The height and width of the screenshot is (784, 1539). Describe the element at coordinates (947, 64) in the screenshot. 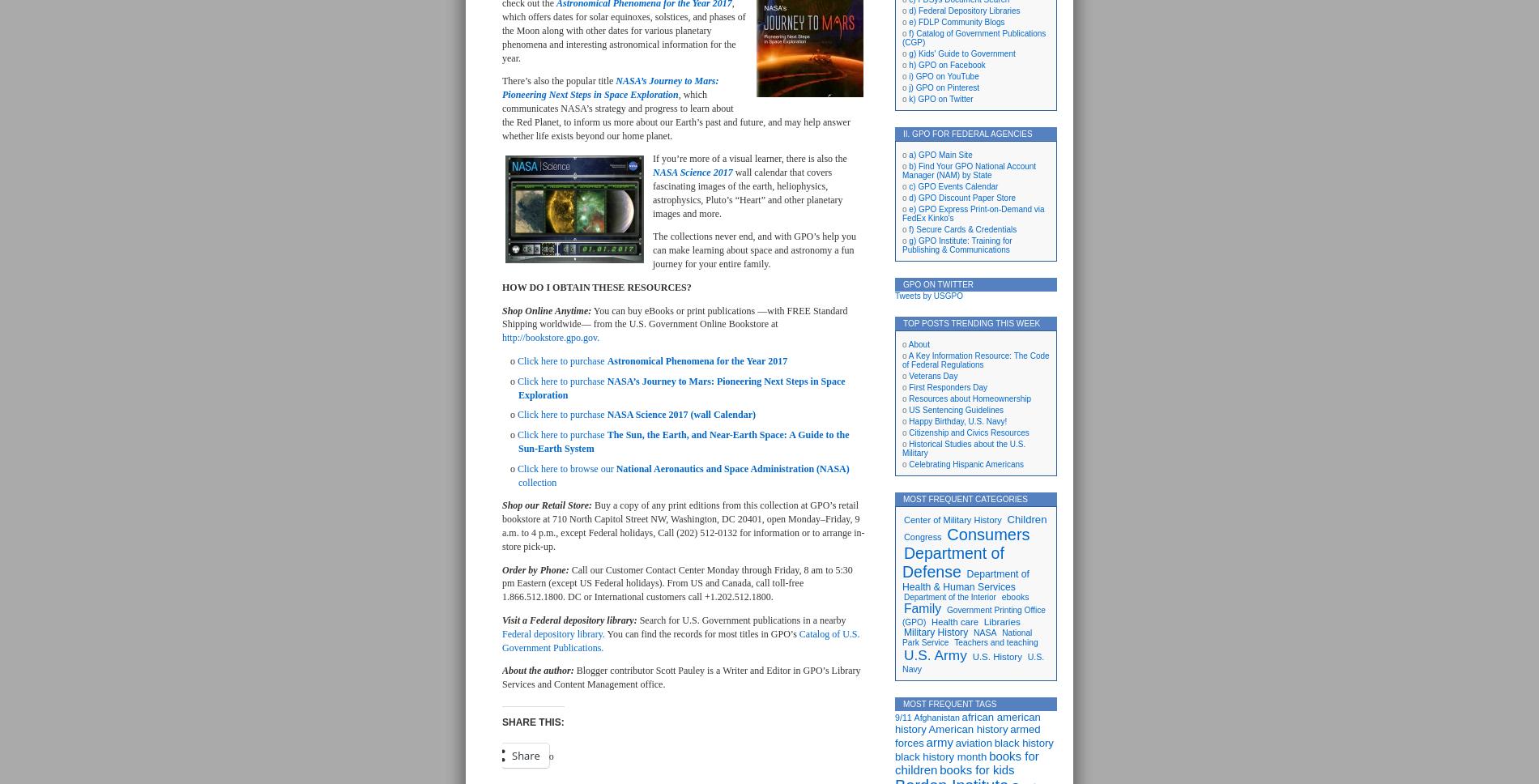

I see `'h) GPO on Facebook'` at that location.